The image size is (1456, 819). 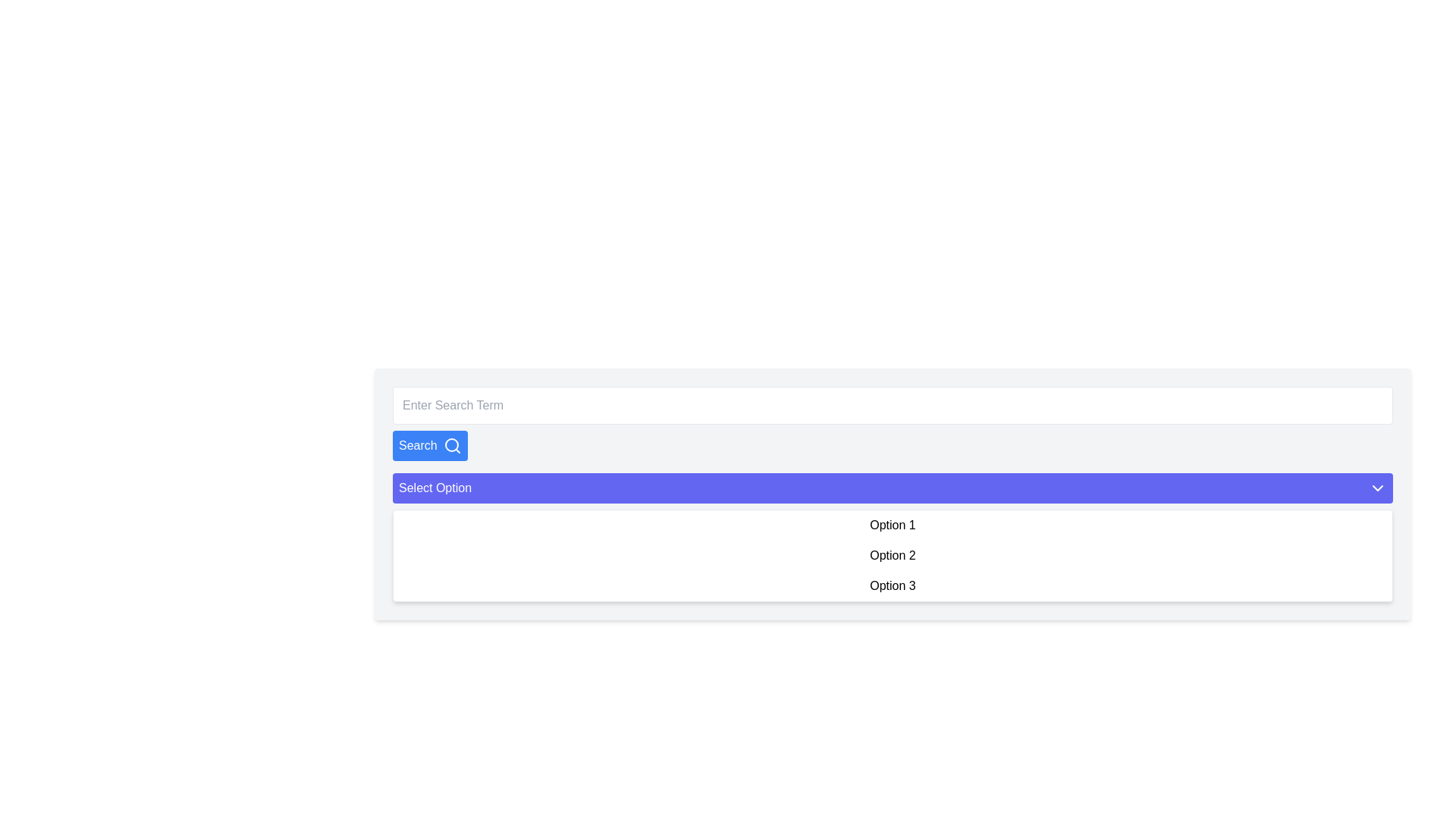 I want to click on the search icon represented as a magnifying glass located within the blue 'Search' button, so click(x=451, y=444).